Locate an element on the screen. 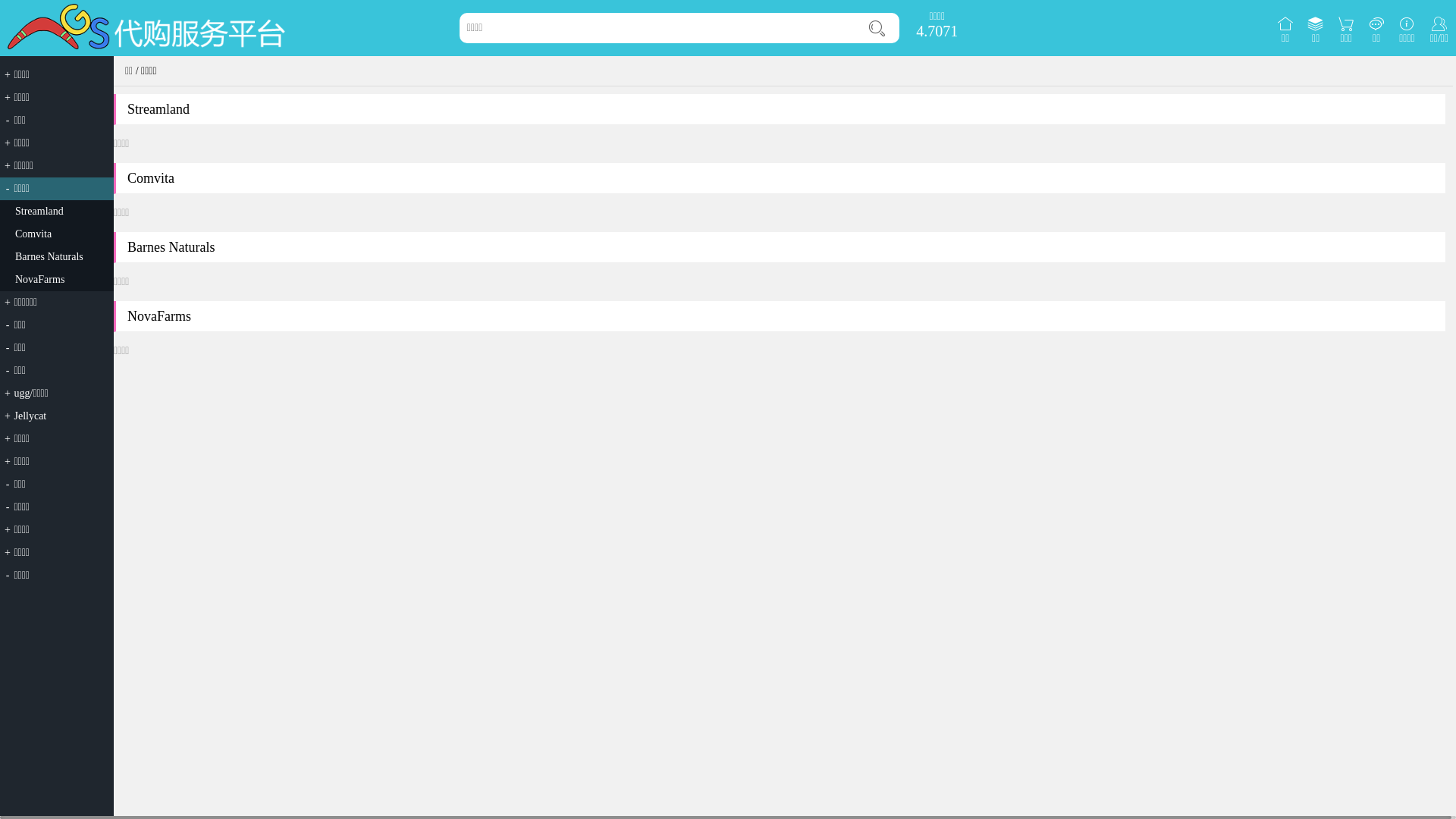 This screenshot has height=819, width=1456. 'Jellycat' is located at coordinates (30, 416).